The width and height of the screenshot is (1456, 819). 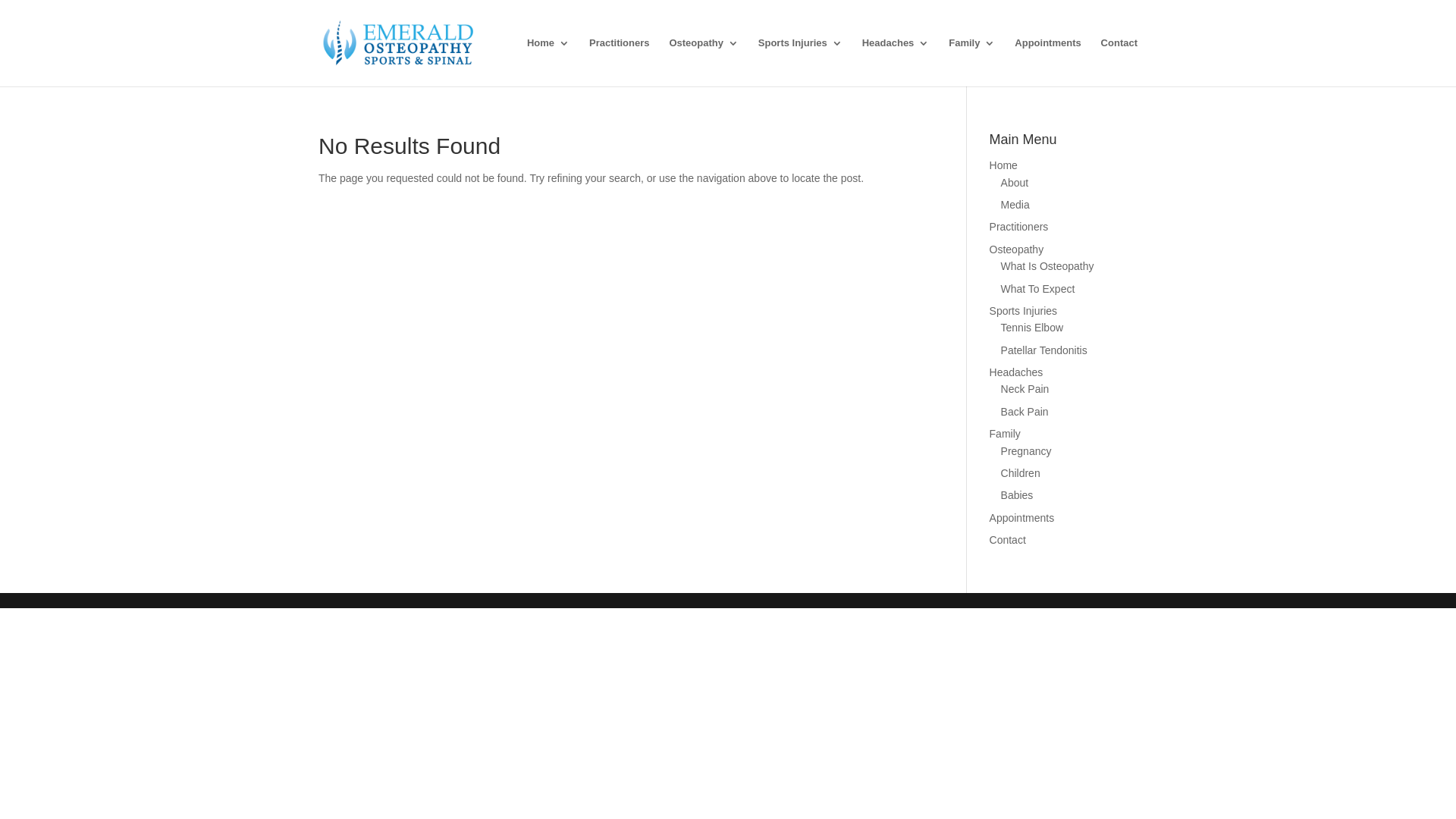 What do you see at coordinates (1008, 539) in the screenshot?
I see `'Contact'` at bounding box center [1008, 539].